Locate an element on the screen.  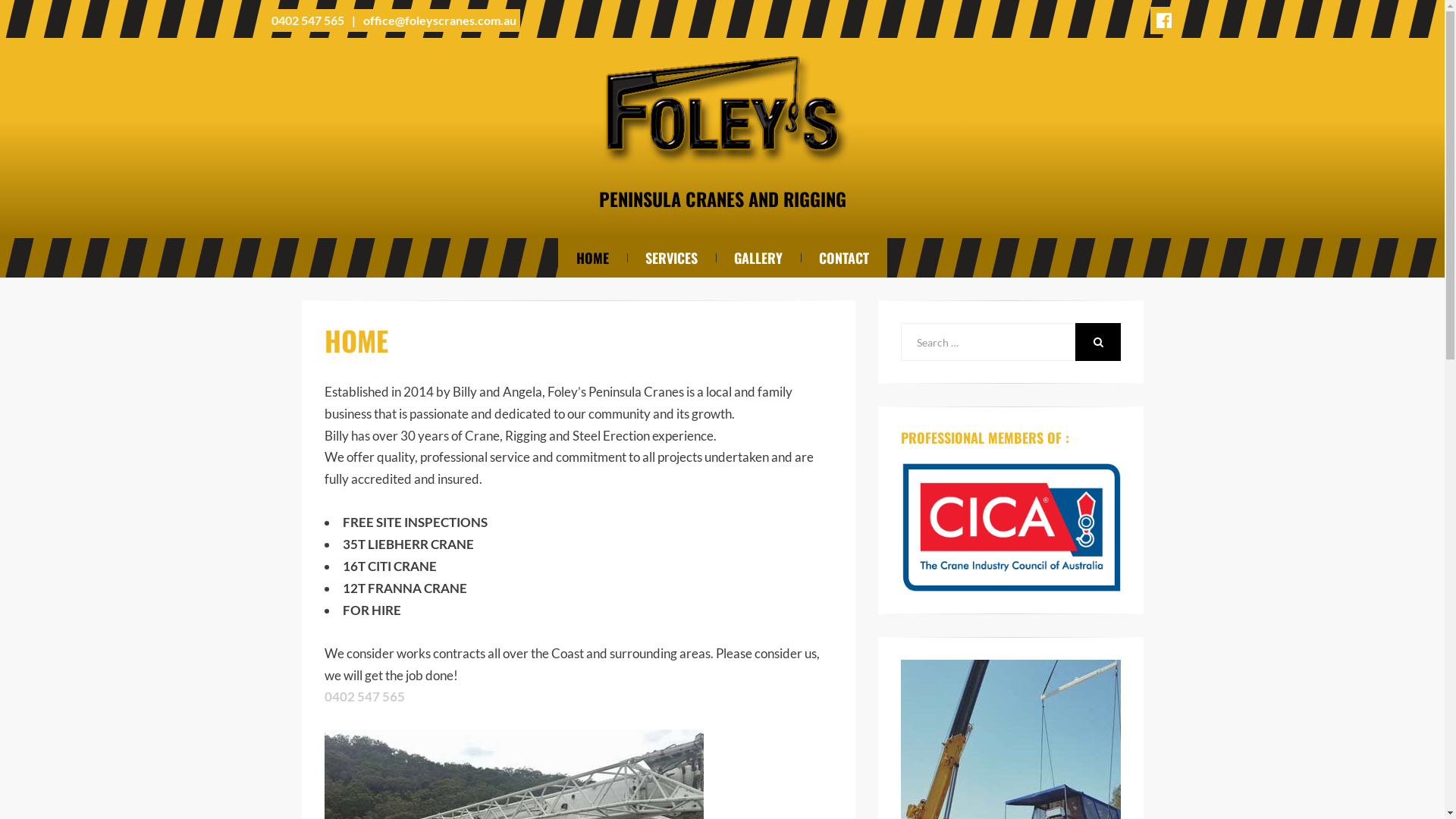
'HOME' is located at coordinates (591, 256).